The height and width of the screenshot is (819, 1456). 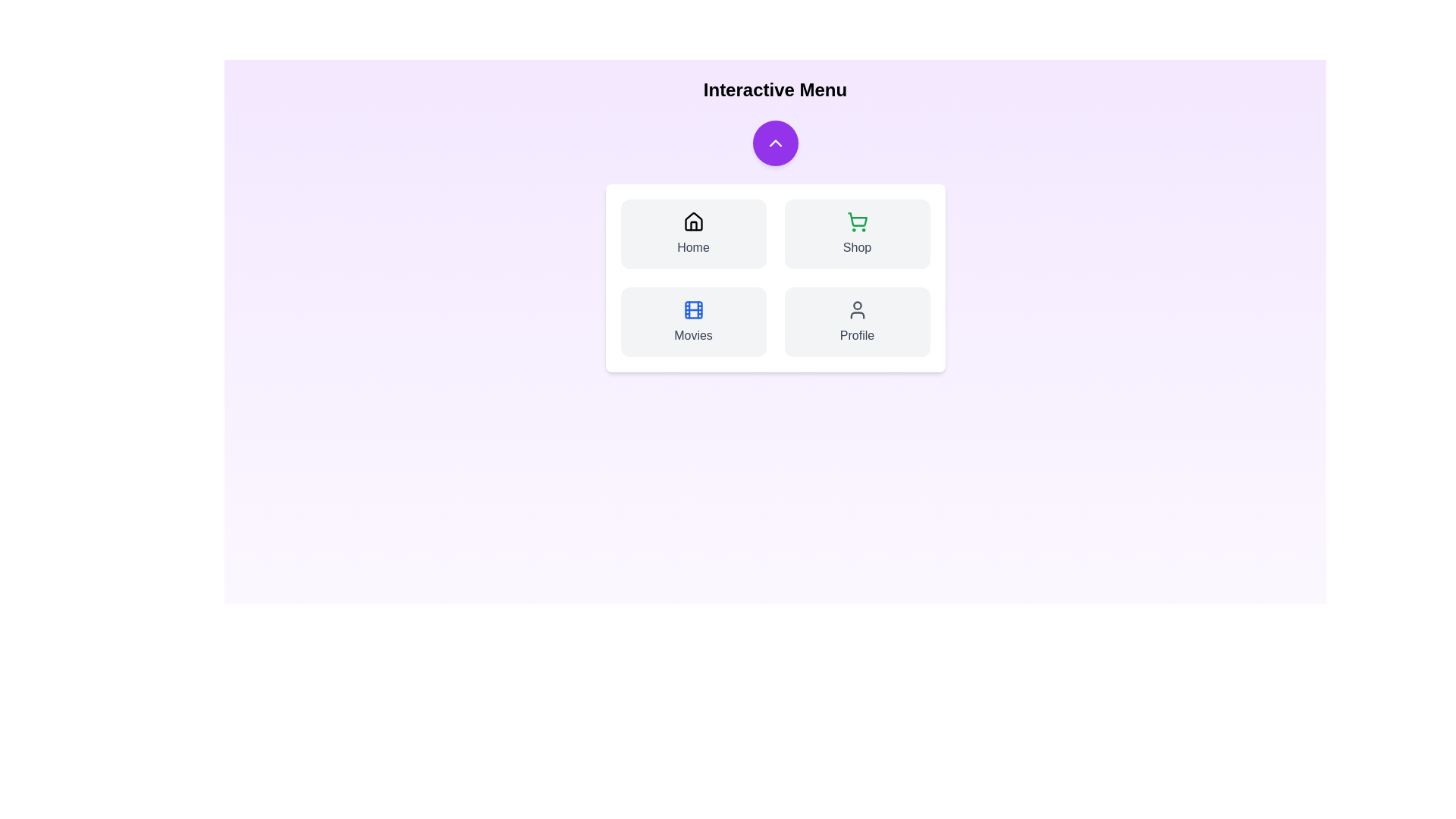 What do you see at coordinates (857, 321) in the screenshot?
I see `the Profile button in the InteractiveNavbar component` at bounding box center [857, 321].